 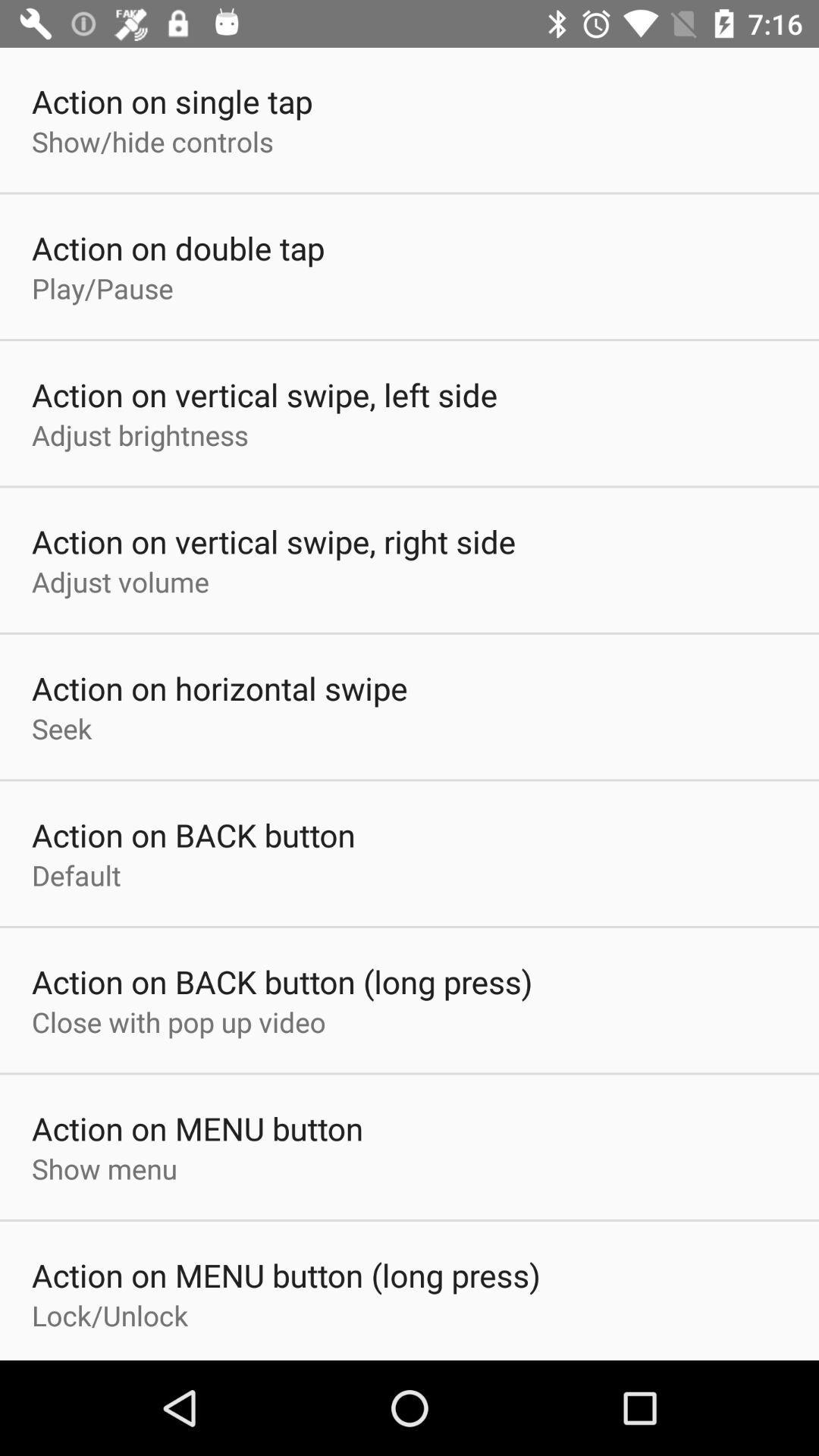 What do you see at coordinates (61, 728) in the screenshot?
I see `the icon above the action on back app` at bounding box center [61, 728].